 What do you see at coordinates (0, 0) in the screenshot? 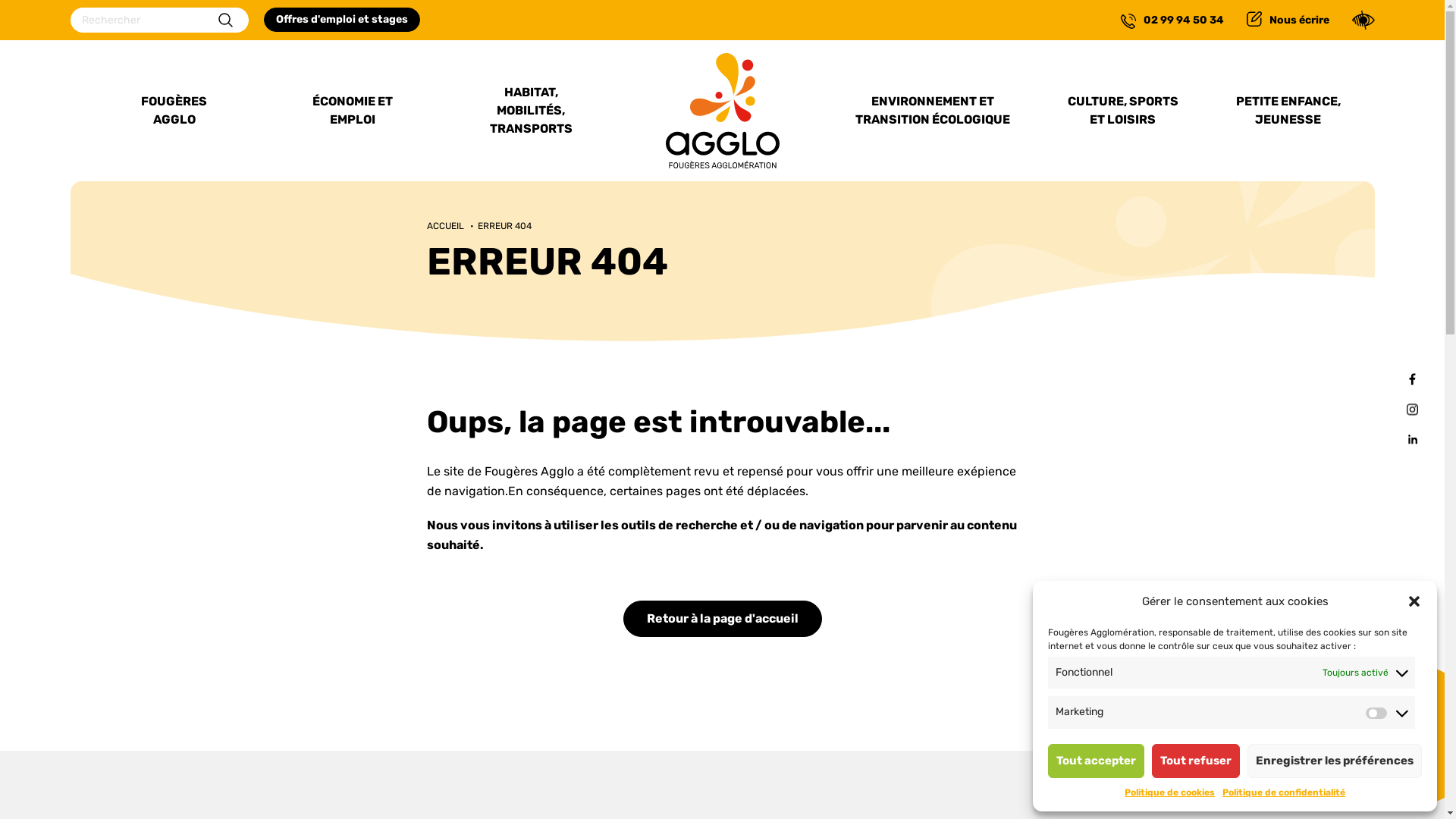
I see `'Confort'` at bounding box center [0, 0].